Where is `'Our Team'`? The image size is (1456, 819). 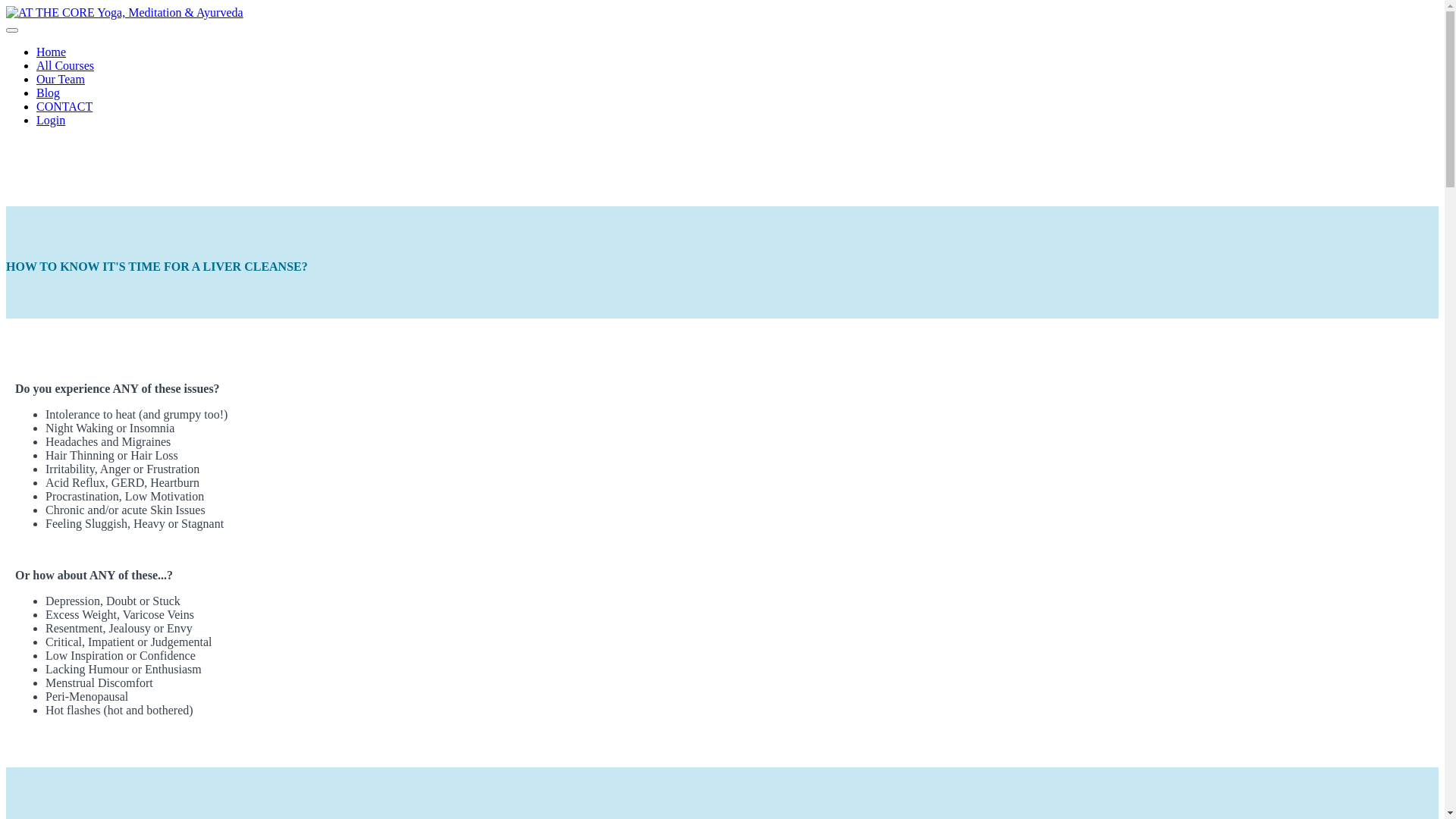
'Our Team' is located at coordinates (61, 79).